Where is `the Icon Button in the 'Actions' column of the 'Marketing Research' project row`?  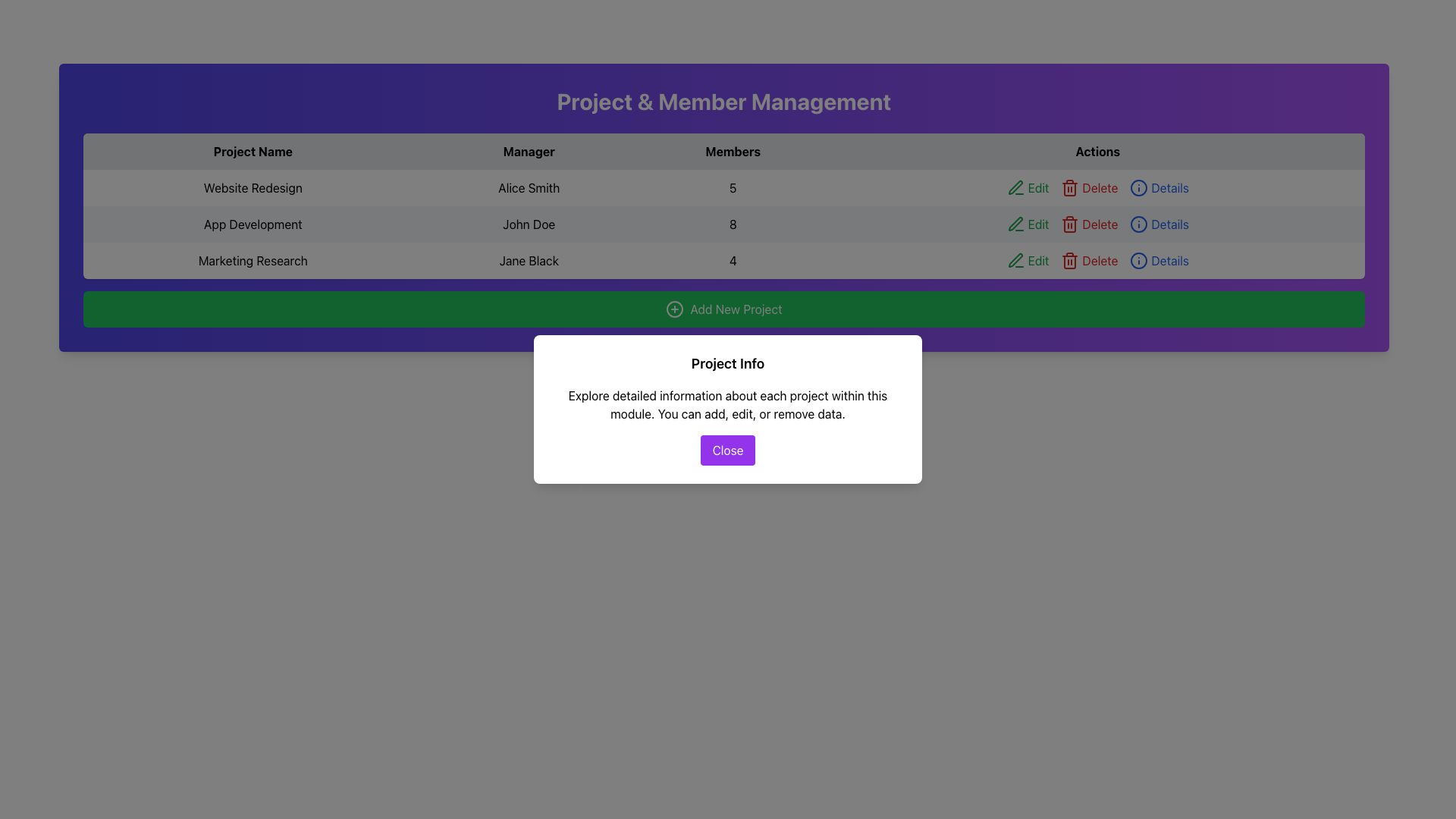
the Icon Button in the 'Actions' column of the 'Marketing Research' project row is located at coordinates (1015, 259).